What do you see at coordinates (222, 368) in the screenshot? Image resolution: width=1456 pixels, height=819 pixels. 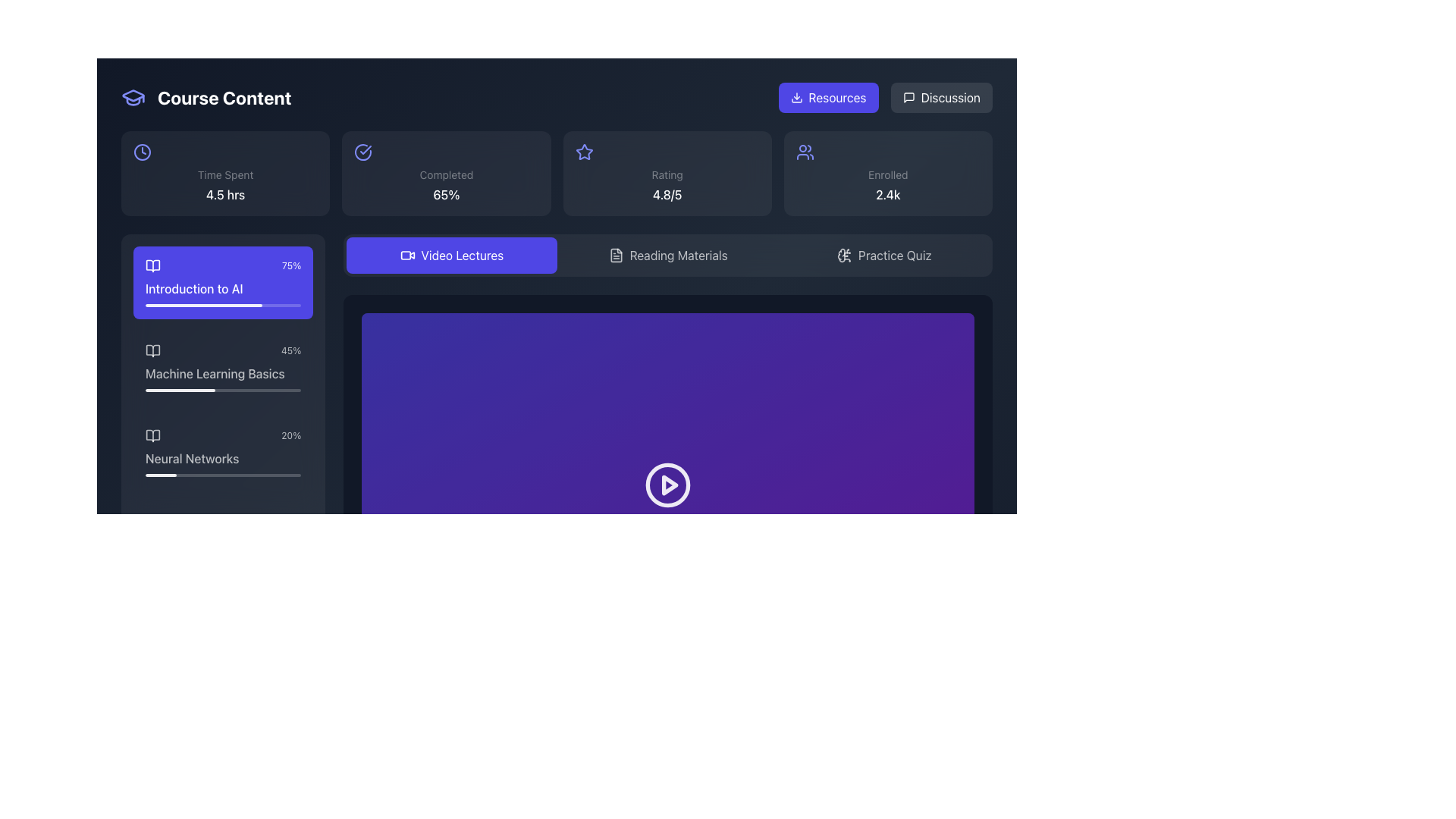 I see `on the 'Machine Learning Basics' interactive card located in the left section of the 'Course Content' panel` at bounding box center [222, 368].